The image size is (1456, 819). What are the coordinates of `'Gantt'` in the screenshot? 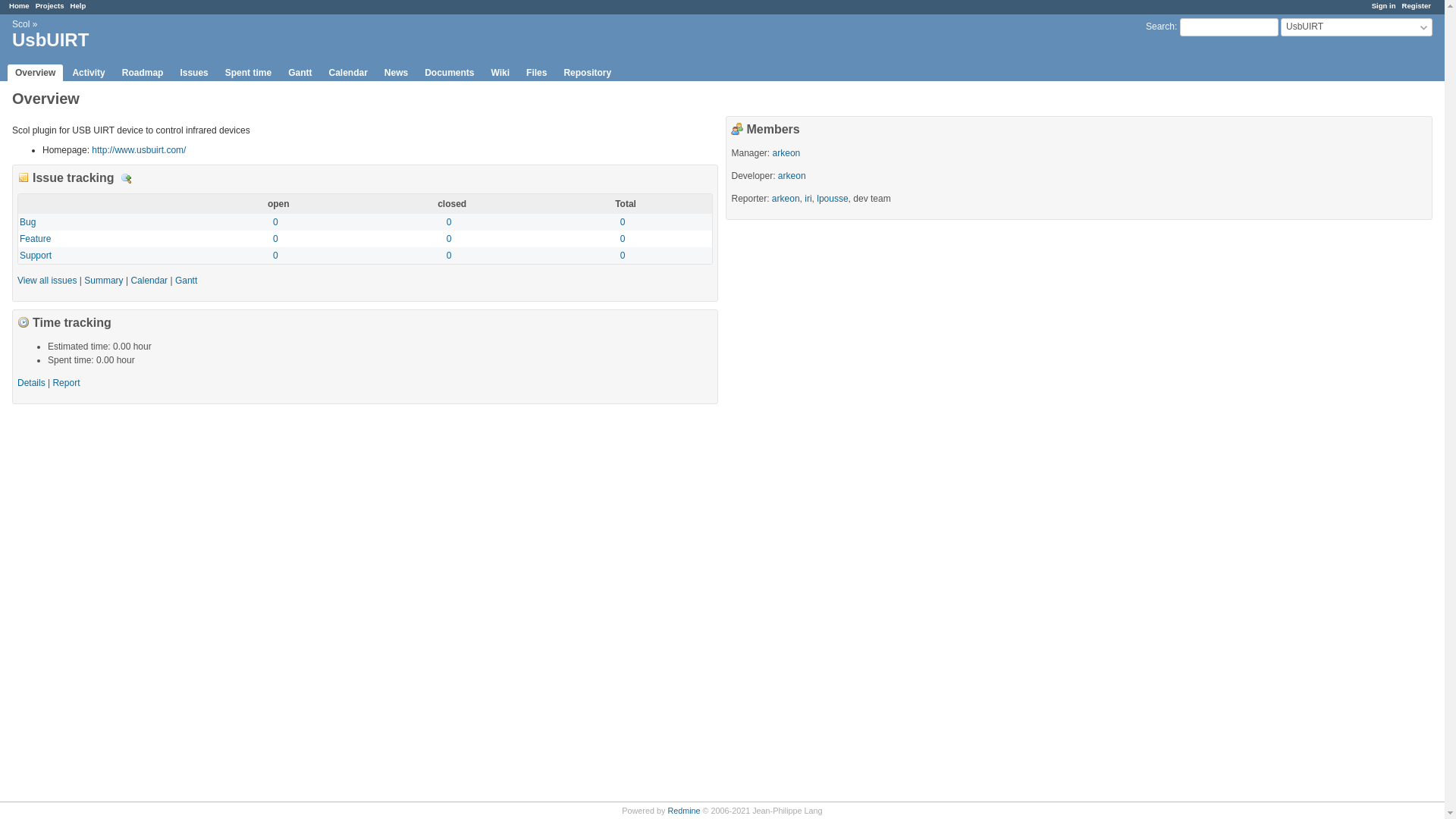 It's located at (300, 73).